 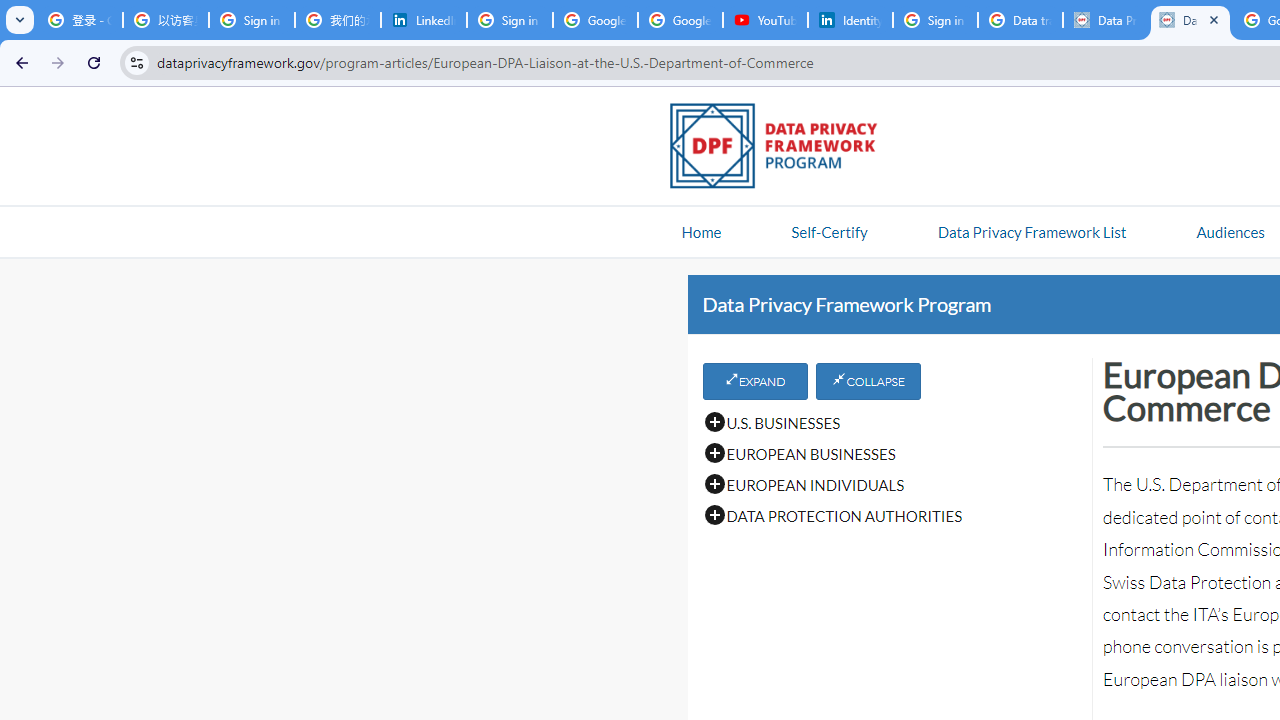 What do you see at coordinates (701, 230) in the screenshot?
I see `'Home'` at bounding box center [701, 230].